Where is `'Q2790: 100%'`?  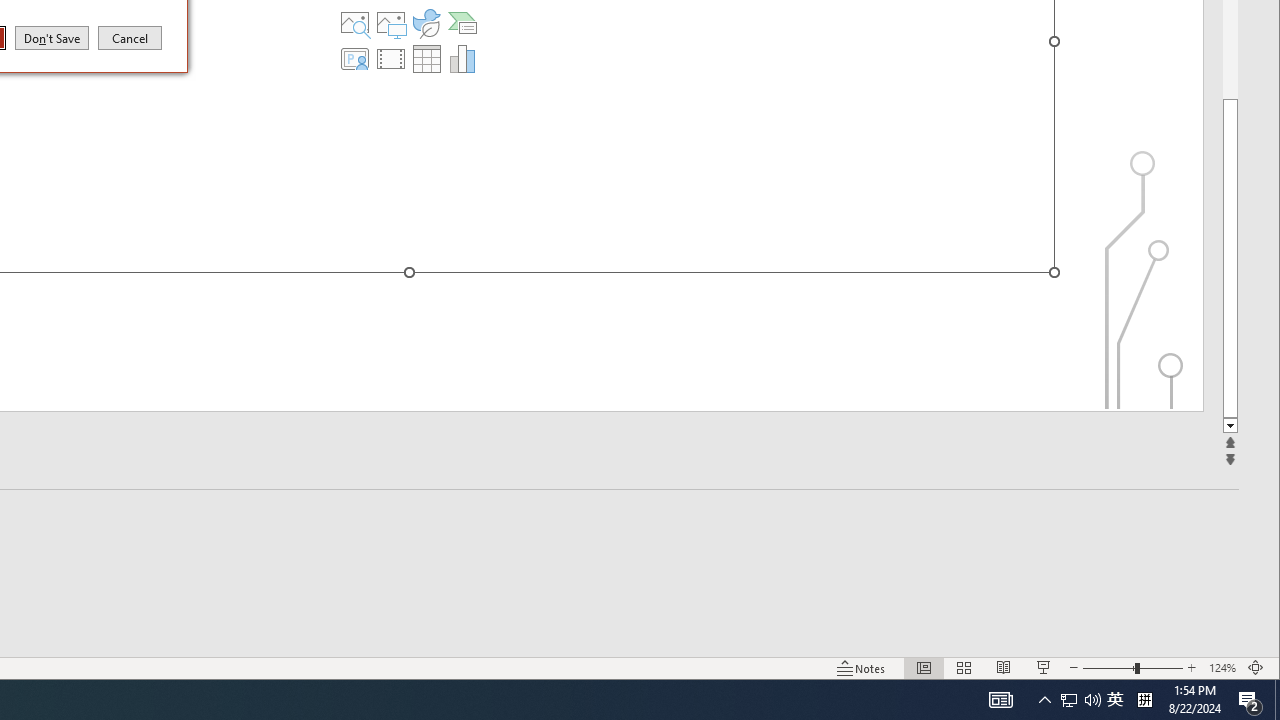 'Q2790: 100%' is located at coordinates (1092, 698).